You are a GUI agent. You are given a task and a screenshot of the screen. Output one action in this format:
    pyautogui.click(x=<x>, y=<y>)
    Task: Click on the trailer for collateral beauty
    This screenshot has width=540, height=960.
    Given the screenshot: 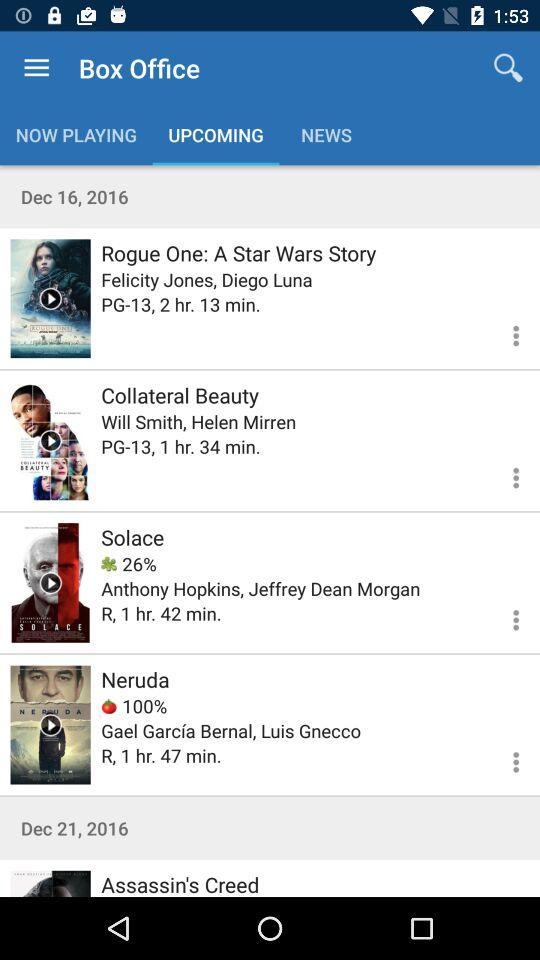 What is the action you would take?
    pyautogui.click(x=50, y=440)
    